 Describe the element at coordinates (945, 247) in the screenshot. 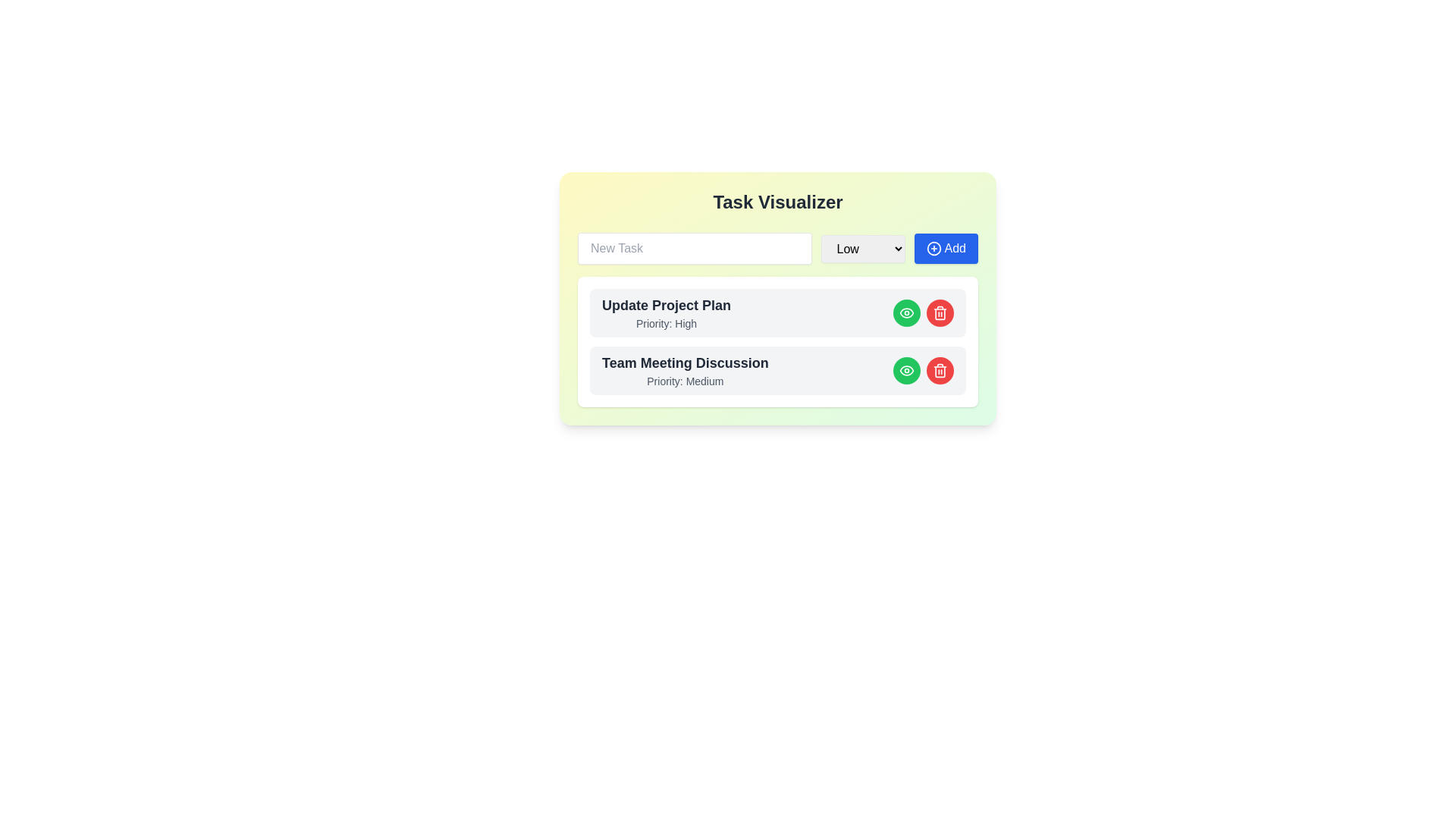

I see `the 'Add' button with a blue background and rounded corners, located to the right of the priority level dropdown` at that location.